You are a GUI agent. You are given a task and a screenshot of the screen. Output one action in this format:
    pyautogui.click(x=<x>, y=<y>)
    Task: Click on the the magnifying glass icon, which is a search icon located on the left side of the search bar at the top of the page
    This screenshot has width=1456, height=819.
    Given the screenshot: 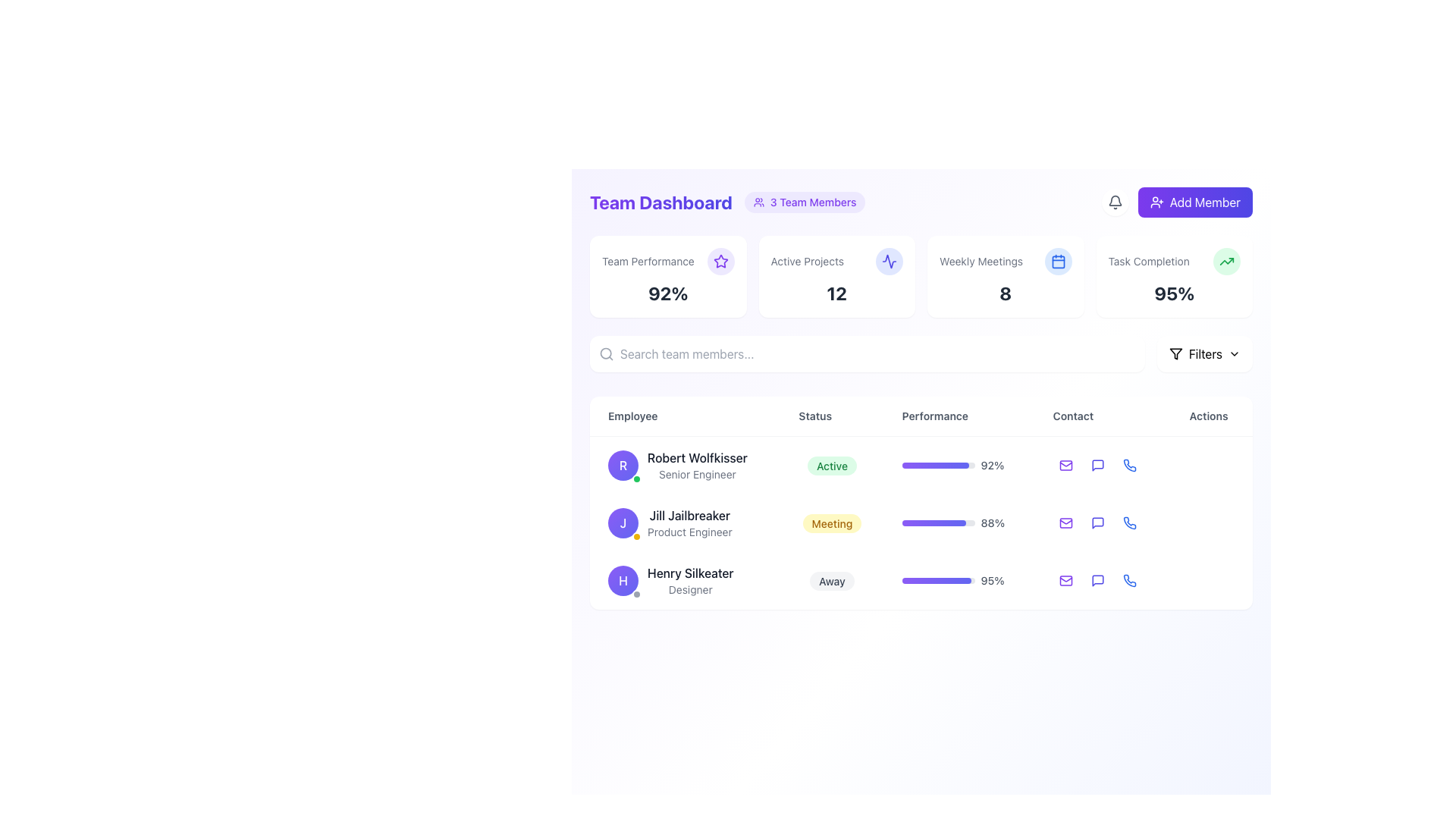 What is the action you would take?
    pyautogui.click(x=607, y=353)
    